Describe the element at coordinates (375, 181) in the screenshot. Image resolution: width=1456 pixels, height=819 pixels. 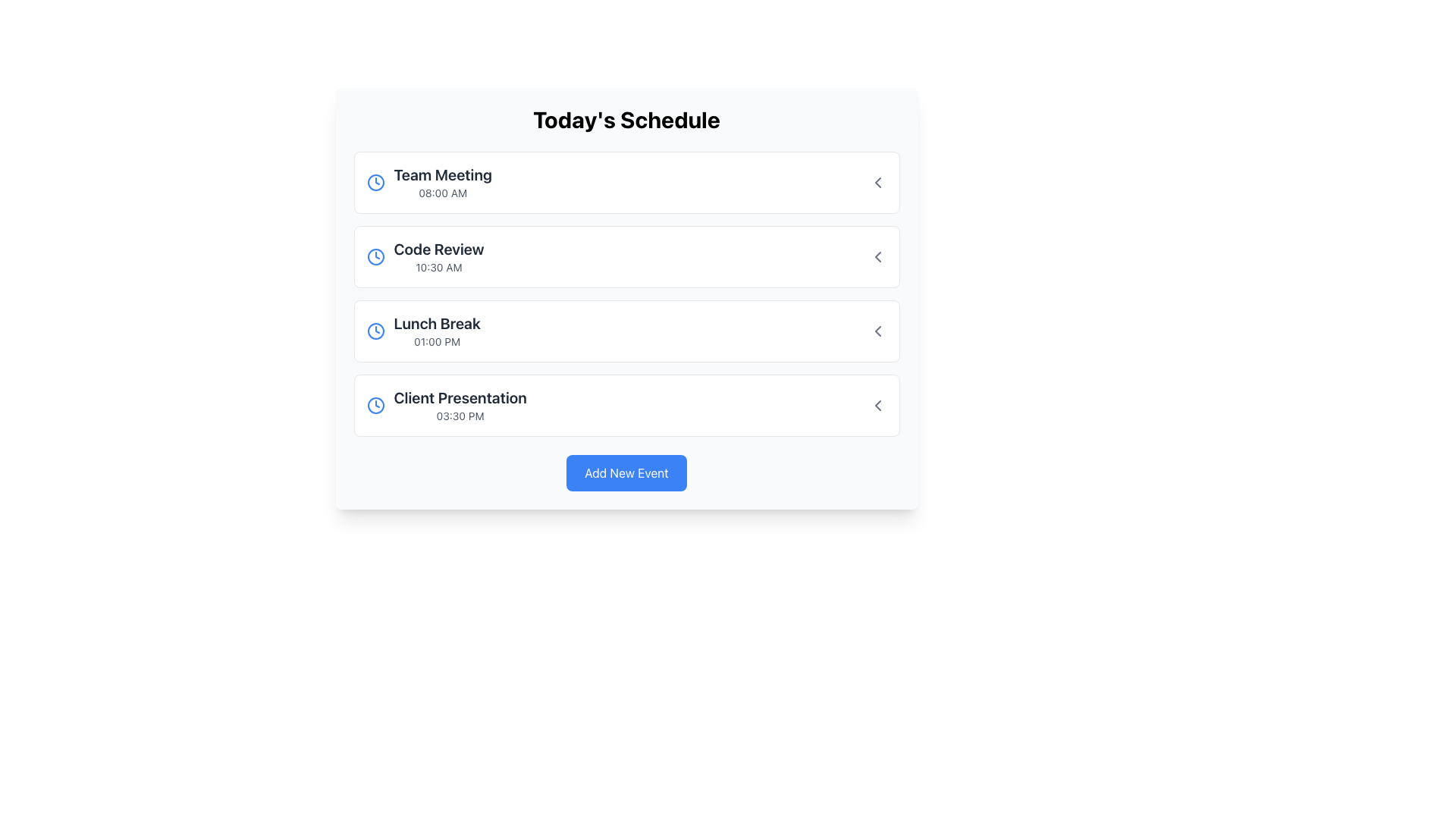
I see `the icon representing the scheduled meeting time of '08:00 AM' located to the left of 'Team Meeting'` at that location.